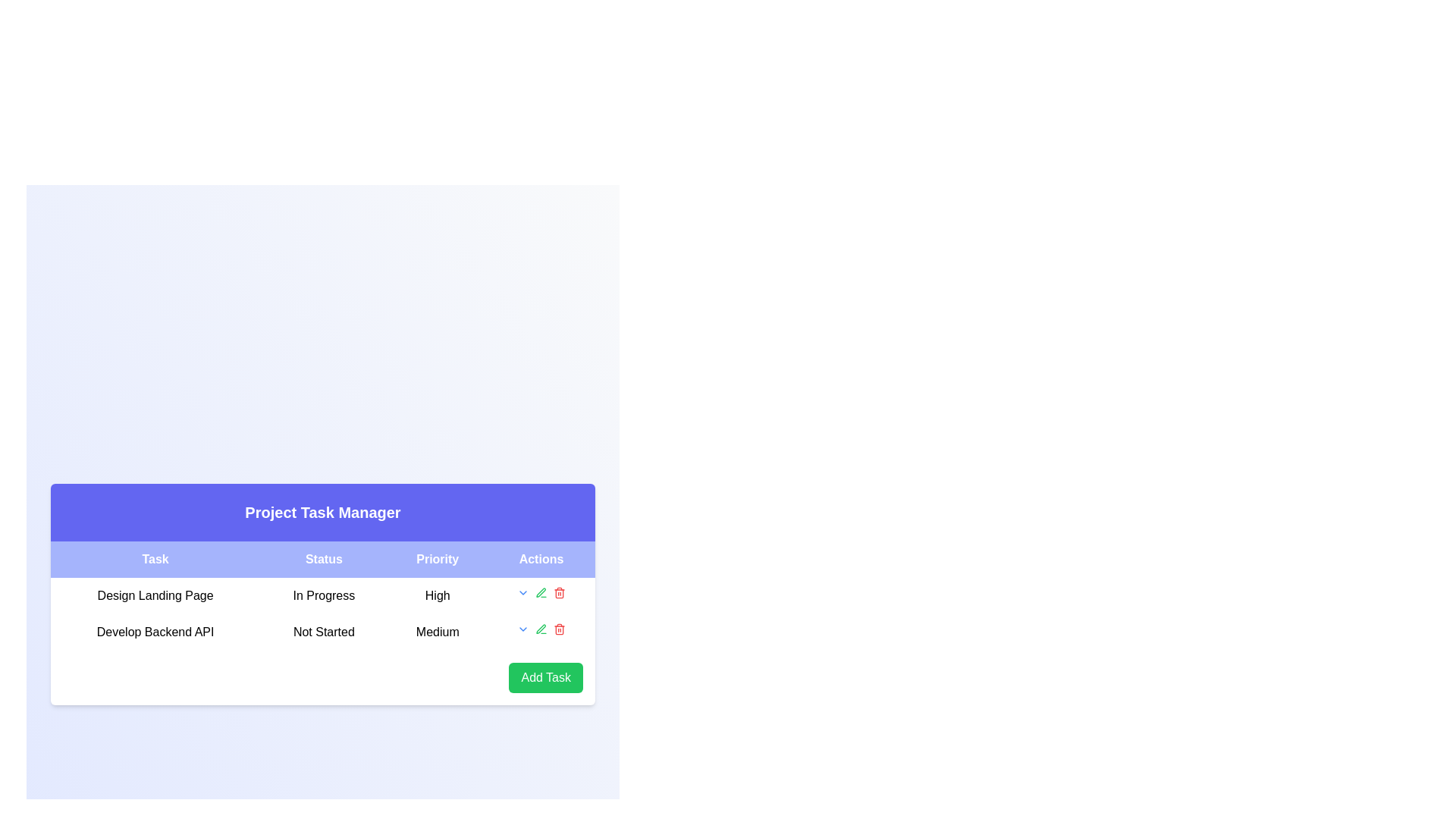 Image resolution: width=1456 pixels, height=819 pixels. I want to click on the text element displaying 'Design Landing Page' located in the first column of the first data row under the 'Task' heading in the table, so click(155, 595).